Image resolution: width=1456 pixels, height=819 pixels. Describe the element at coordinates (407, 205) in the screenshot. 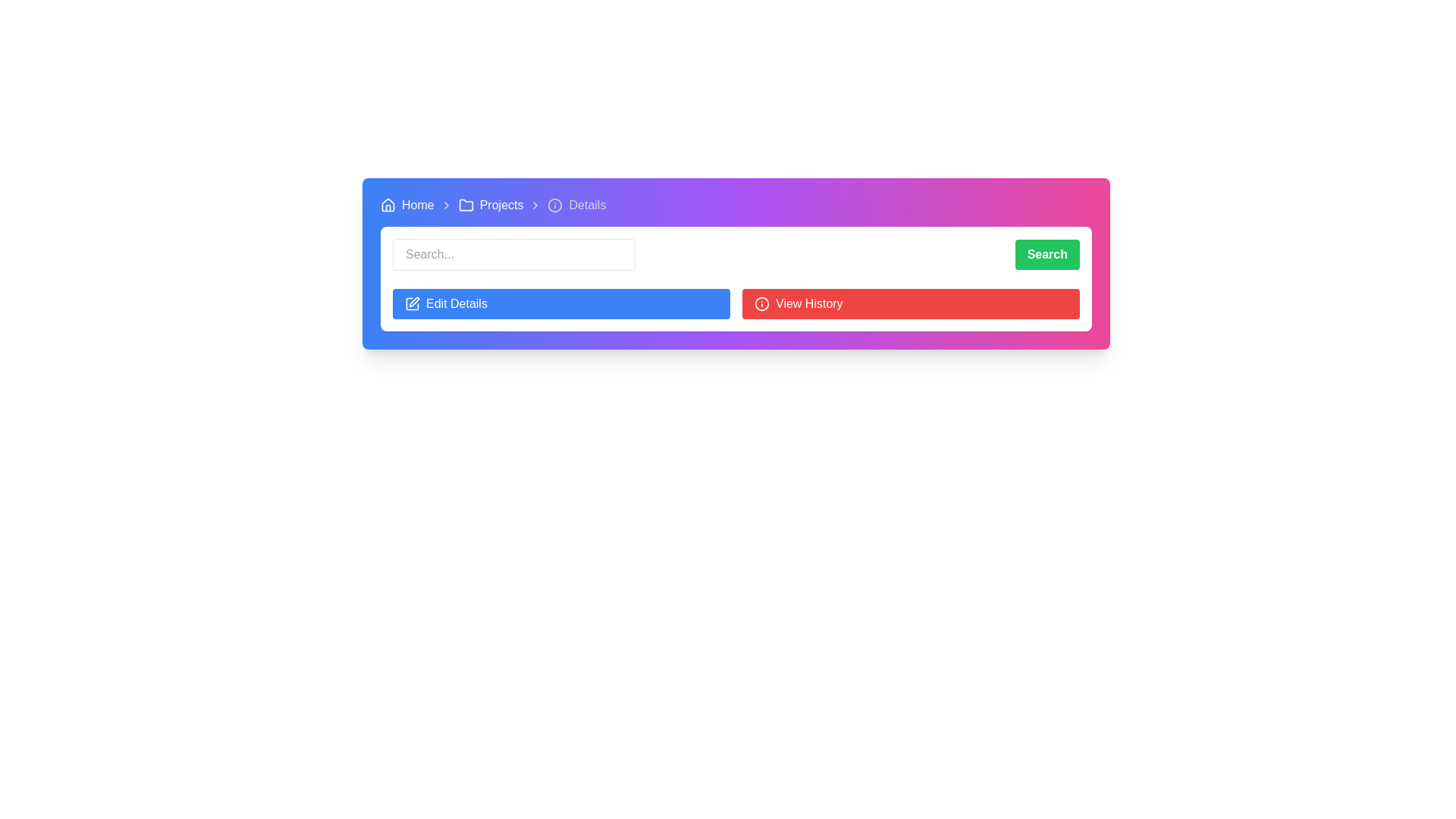

I see `the 'Home' text label in the breadcrumb navigation bar` at that location.